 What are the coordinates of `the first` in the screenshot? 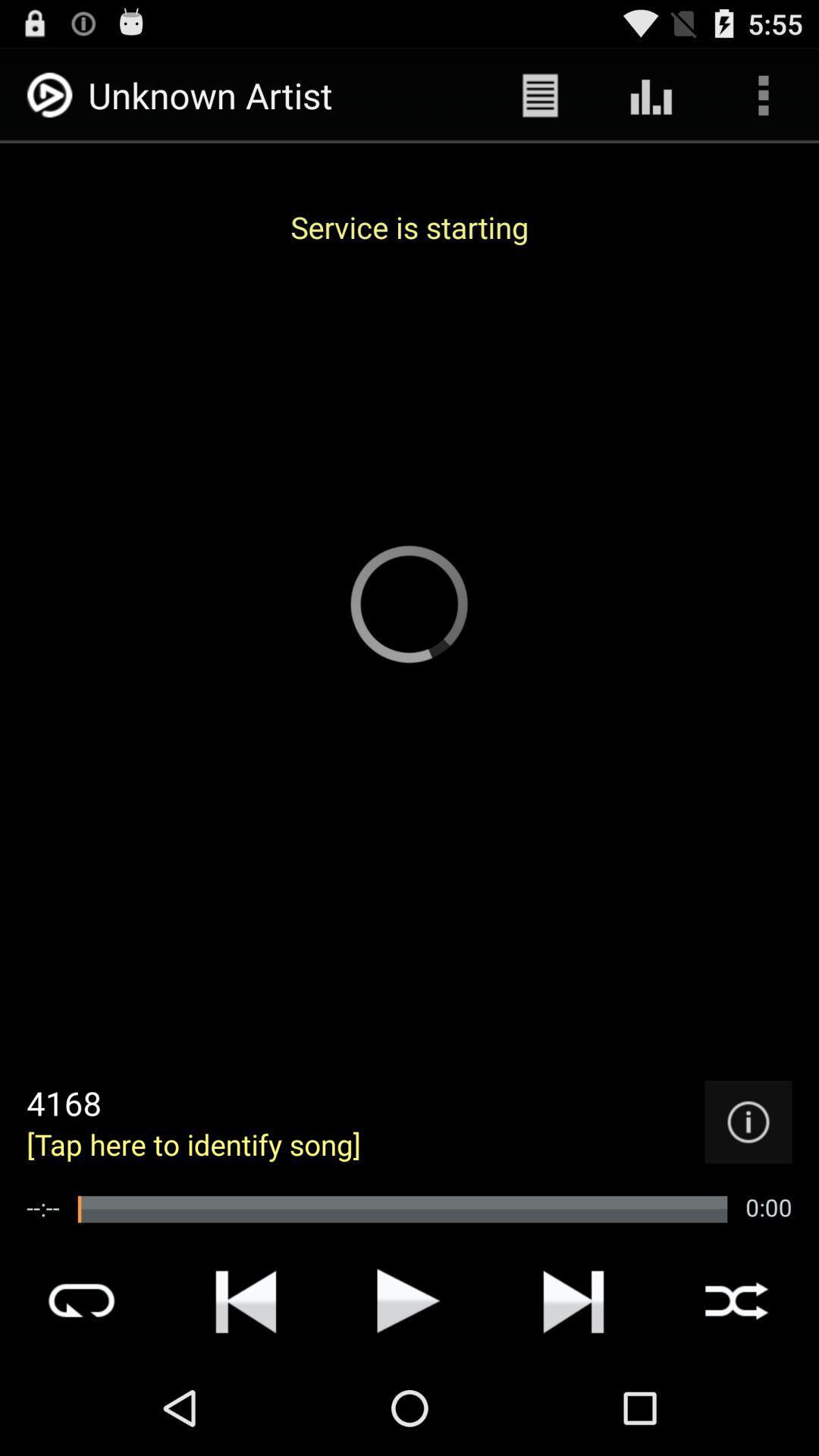 It's located at (245, 1300).